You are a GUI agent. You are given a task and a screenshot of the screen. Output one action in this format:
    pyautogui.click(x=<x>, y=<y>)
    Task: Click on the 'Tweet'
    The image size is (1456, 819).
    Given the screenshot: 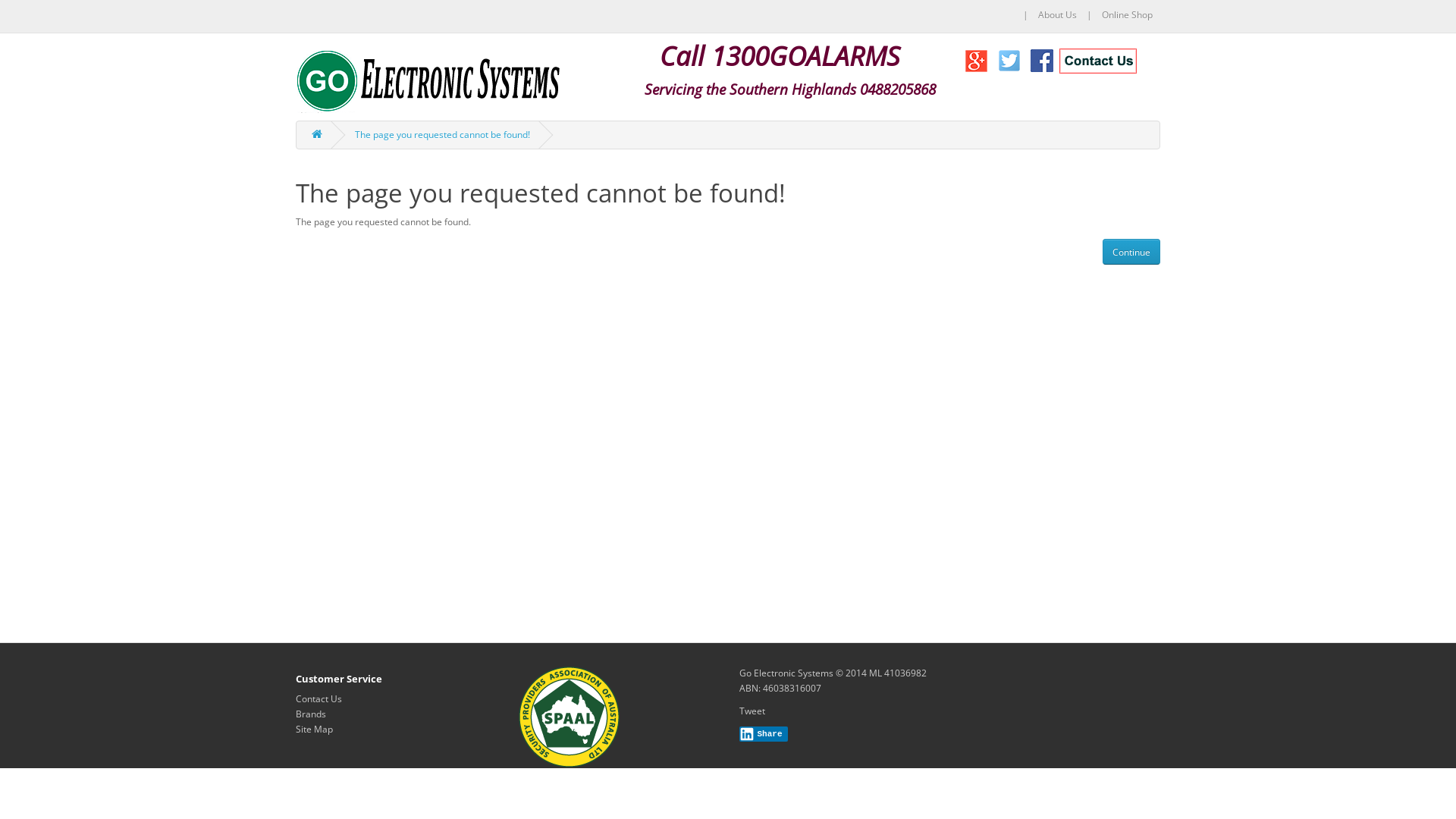 What is the action you would take?
    pyautogui.click(x=752, y=711)
    